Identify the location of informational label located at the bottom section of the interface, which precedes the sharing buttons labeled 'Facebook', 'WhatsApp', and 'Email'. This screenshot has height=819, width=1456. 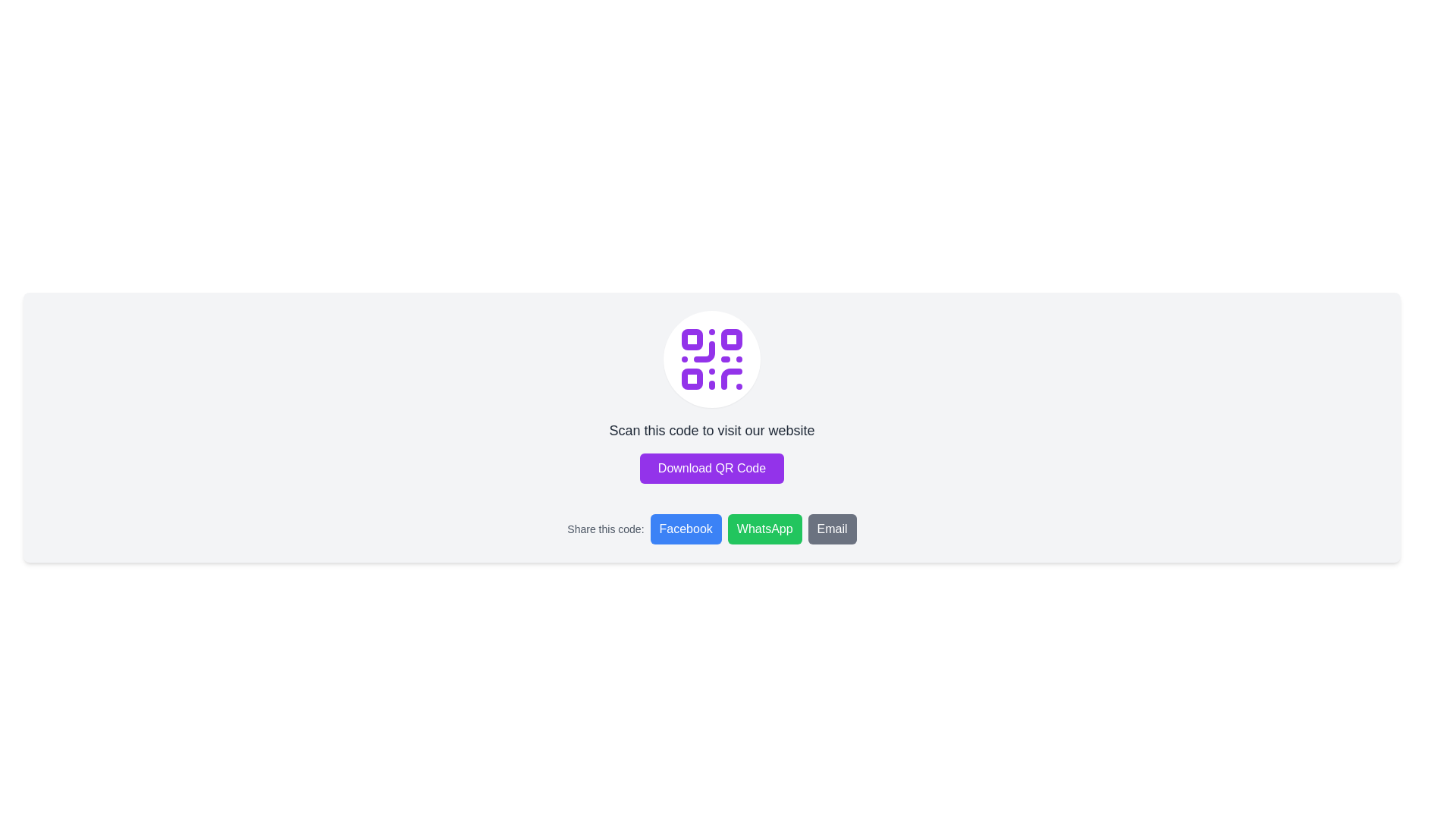
(604, 529).